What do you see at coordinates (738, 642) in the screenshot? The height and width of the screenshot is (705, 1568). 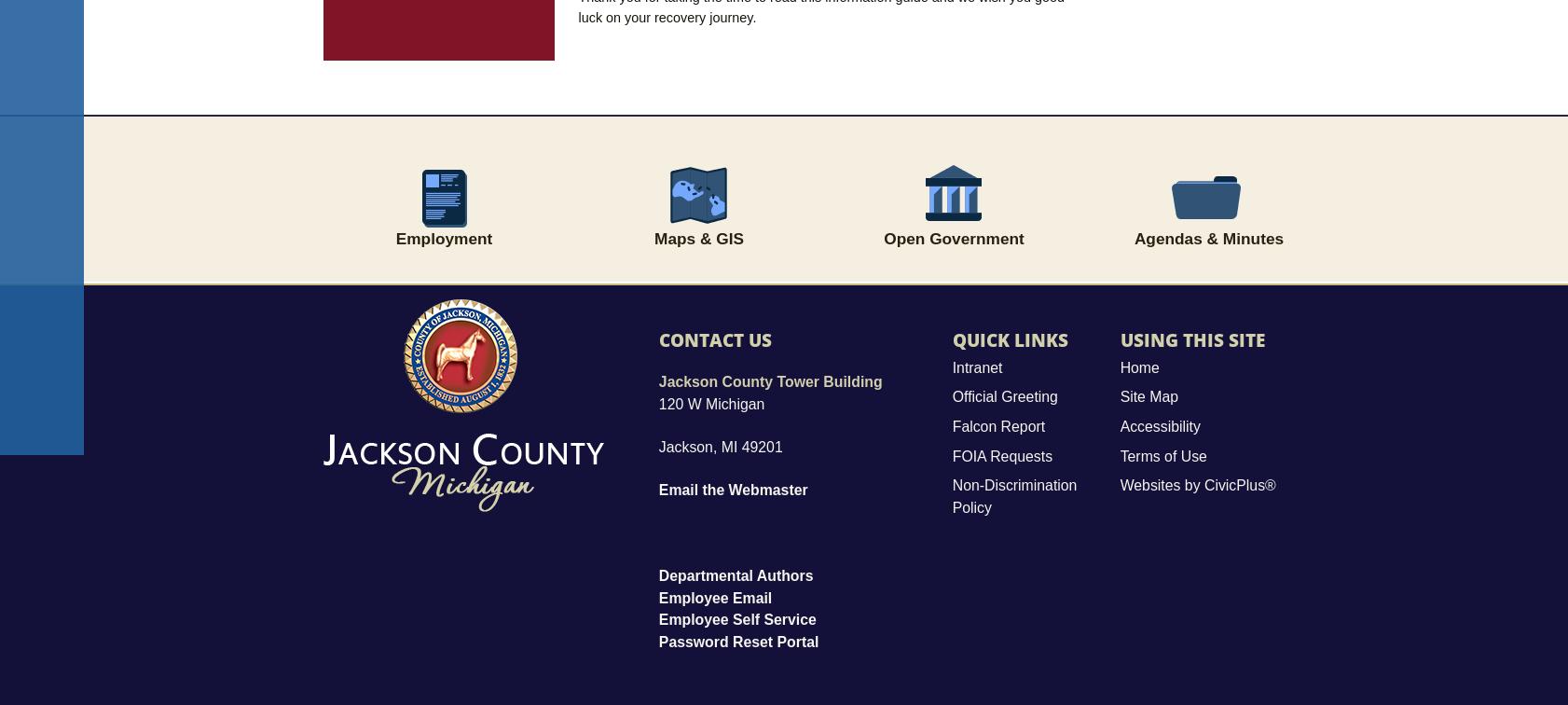 I see `'Password Reset Portal'` at bounding box center [738, 642].